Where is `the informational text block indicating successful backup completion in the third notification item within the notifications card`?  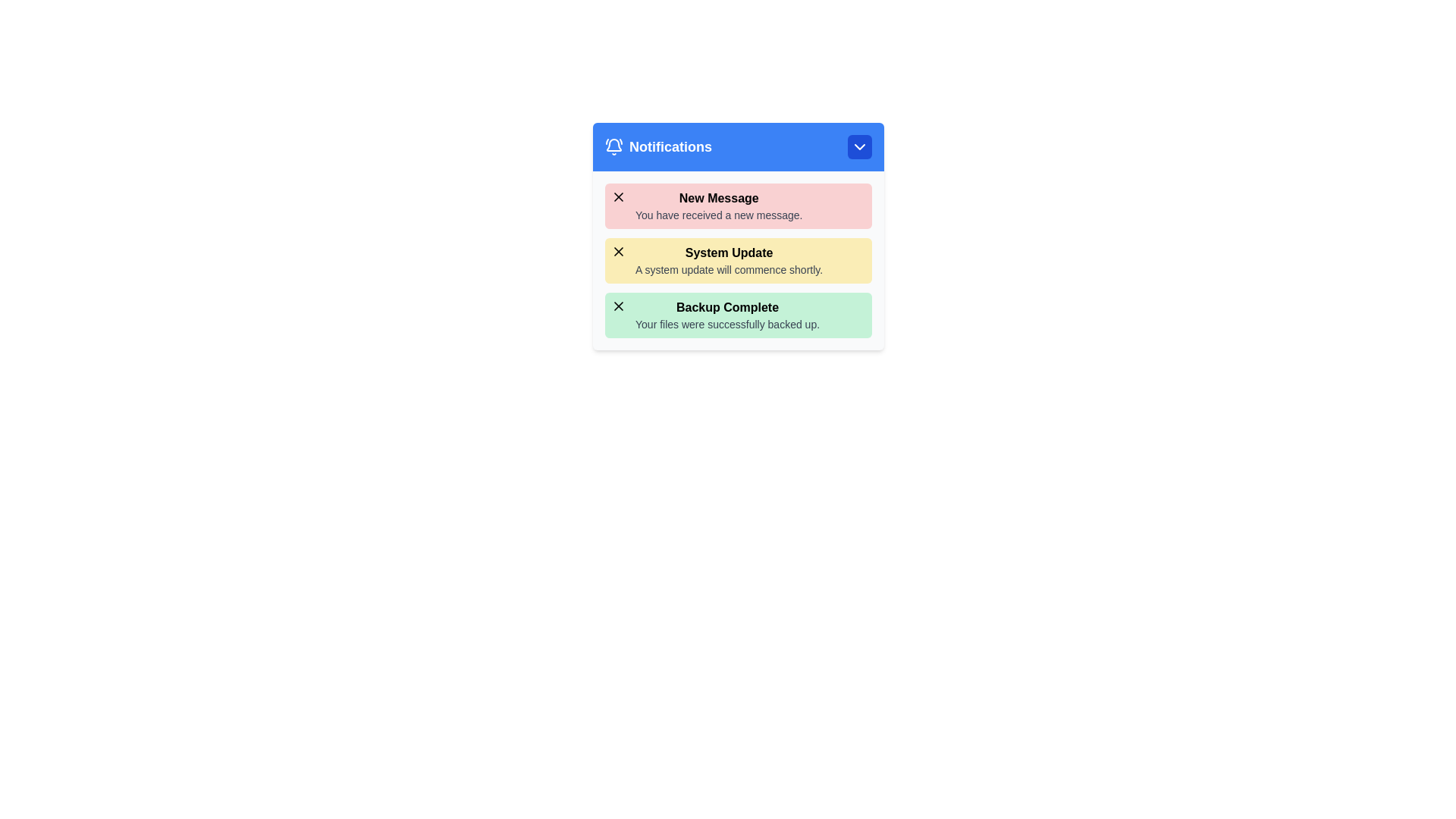
the informational text block indicating successful backup completion in the third notification item within the notifications card is located at coordinates (726, 315).